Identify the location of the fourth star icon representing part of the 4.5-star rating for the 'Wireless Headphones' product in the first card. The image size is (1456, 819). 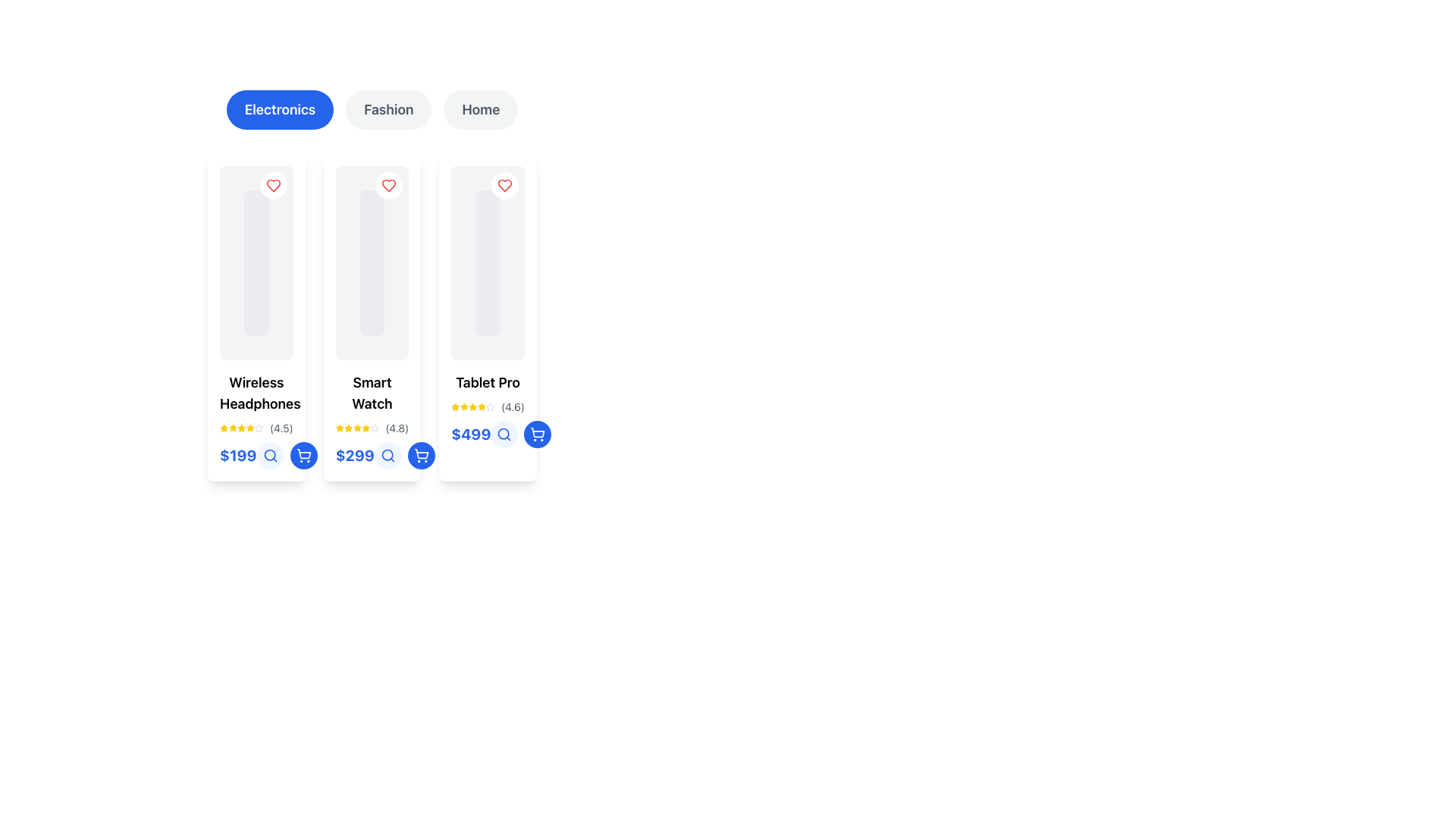
(240, 428).